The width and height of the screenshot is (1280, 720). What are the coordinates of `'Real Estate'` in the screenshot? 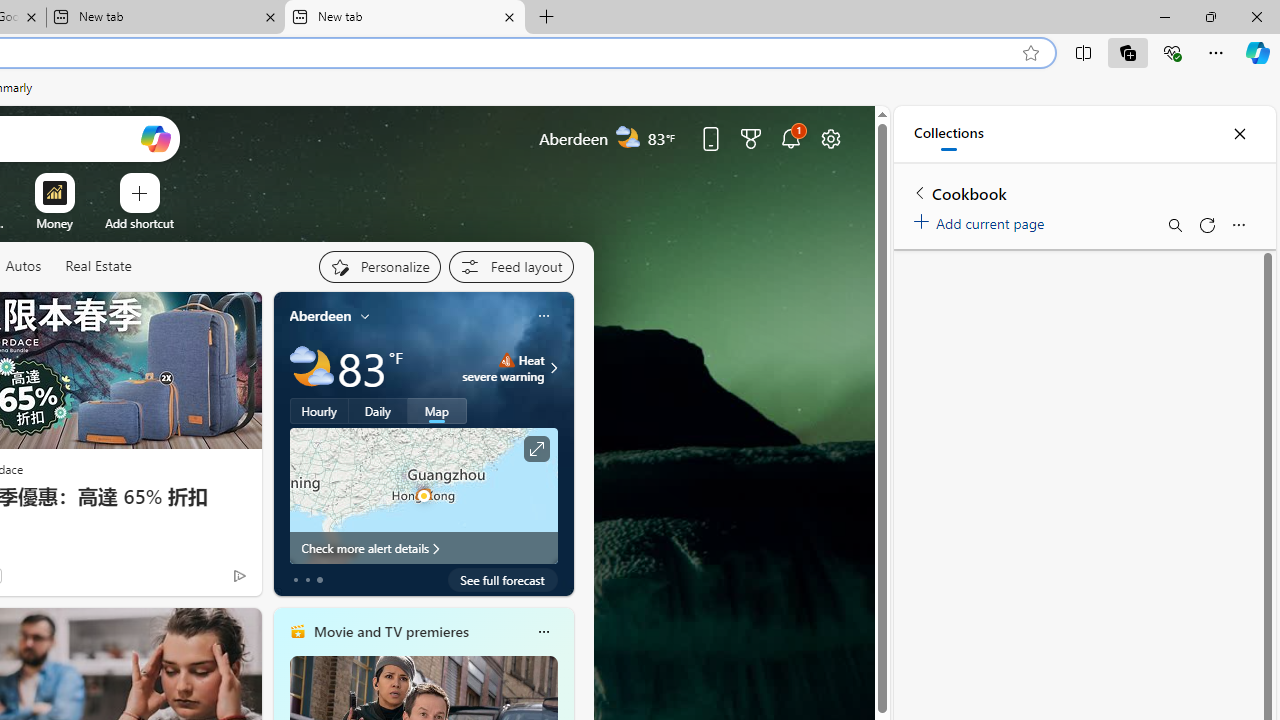 It's located at (97, 265).